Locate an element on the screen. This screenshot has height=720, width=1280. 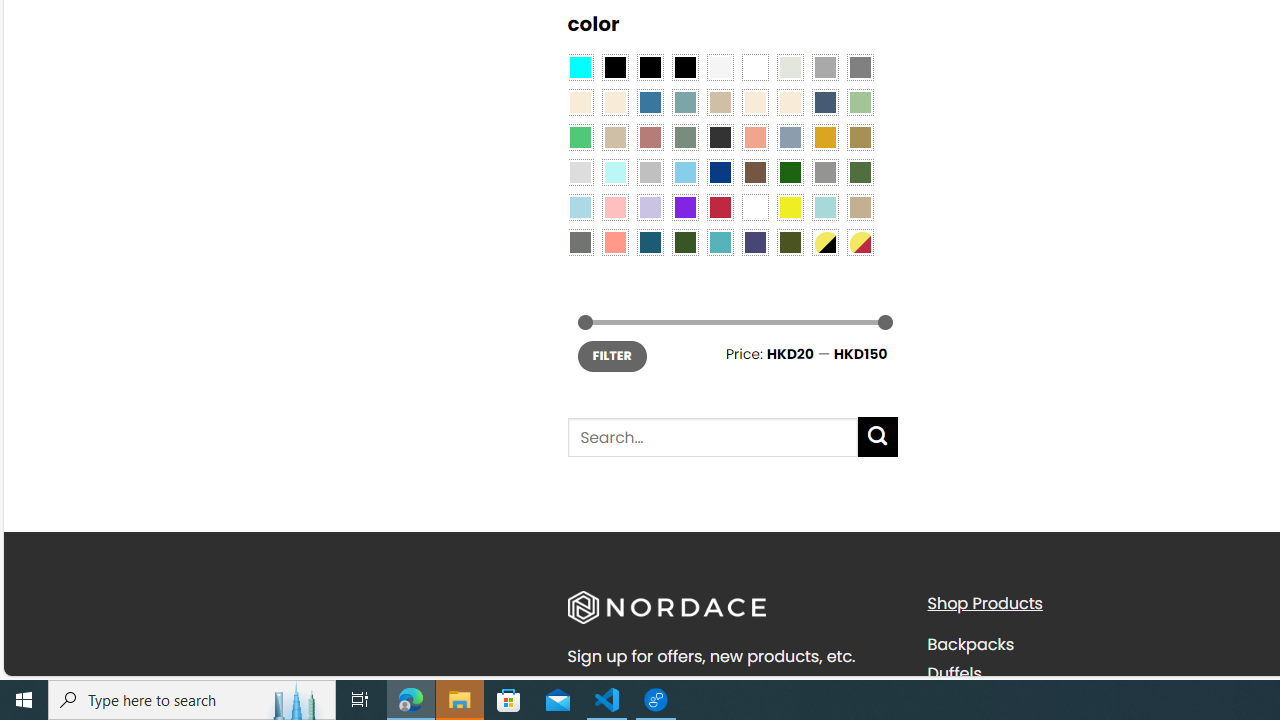
'Yellow-Red' is located at coordinates (860, 242).